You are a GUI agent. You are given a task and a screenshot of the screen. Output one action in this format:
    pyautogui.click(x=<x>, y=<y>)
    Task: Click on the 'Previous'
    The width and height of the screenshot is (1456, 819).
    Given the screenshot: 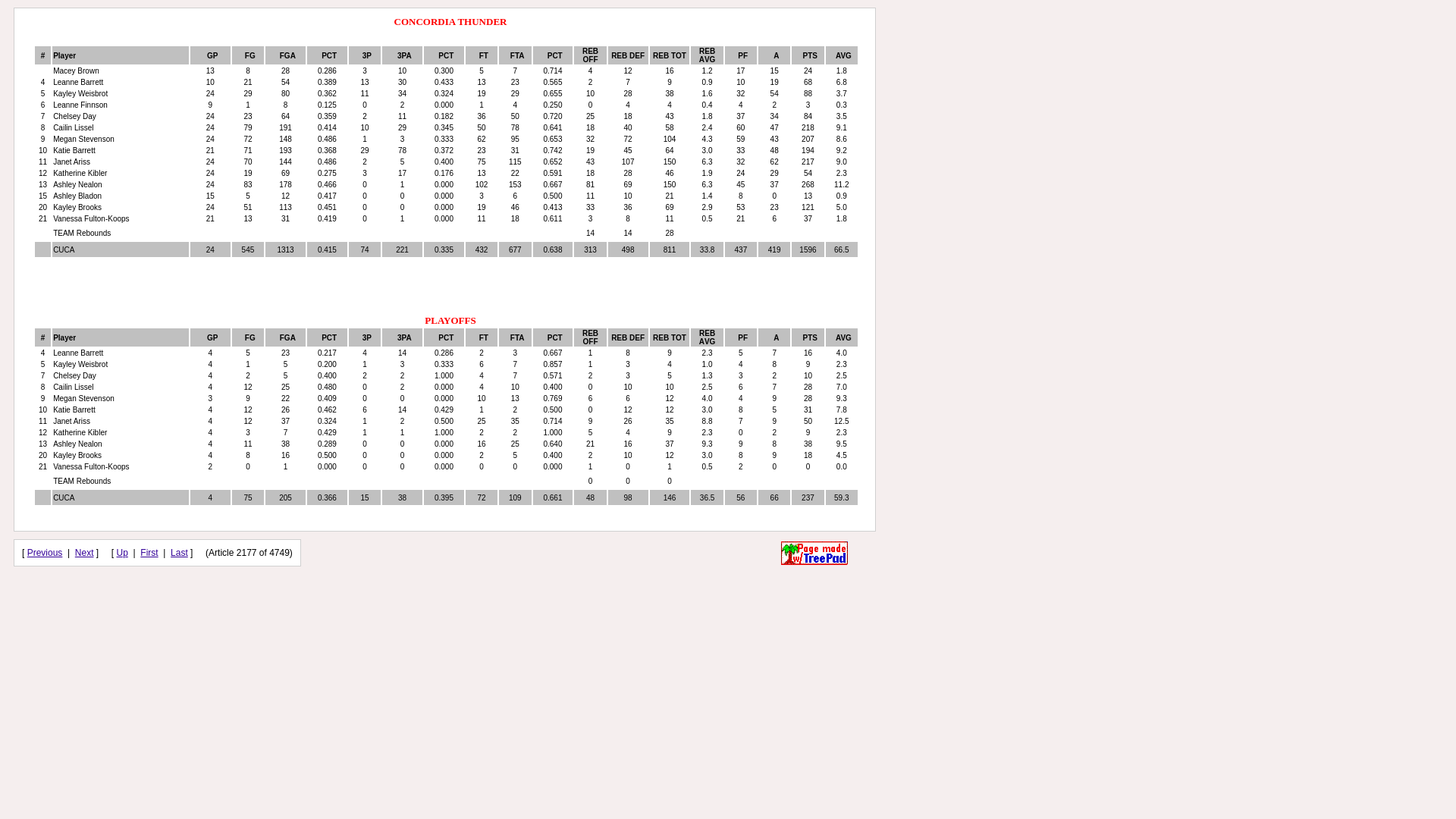 What is the action you would take?
    pyautogui.click(x=45, y=553)
    